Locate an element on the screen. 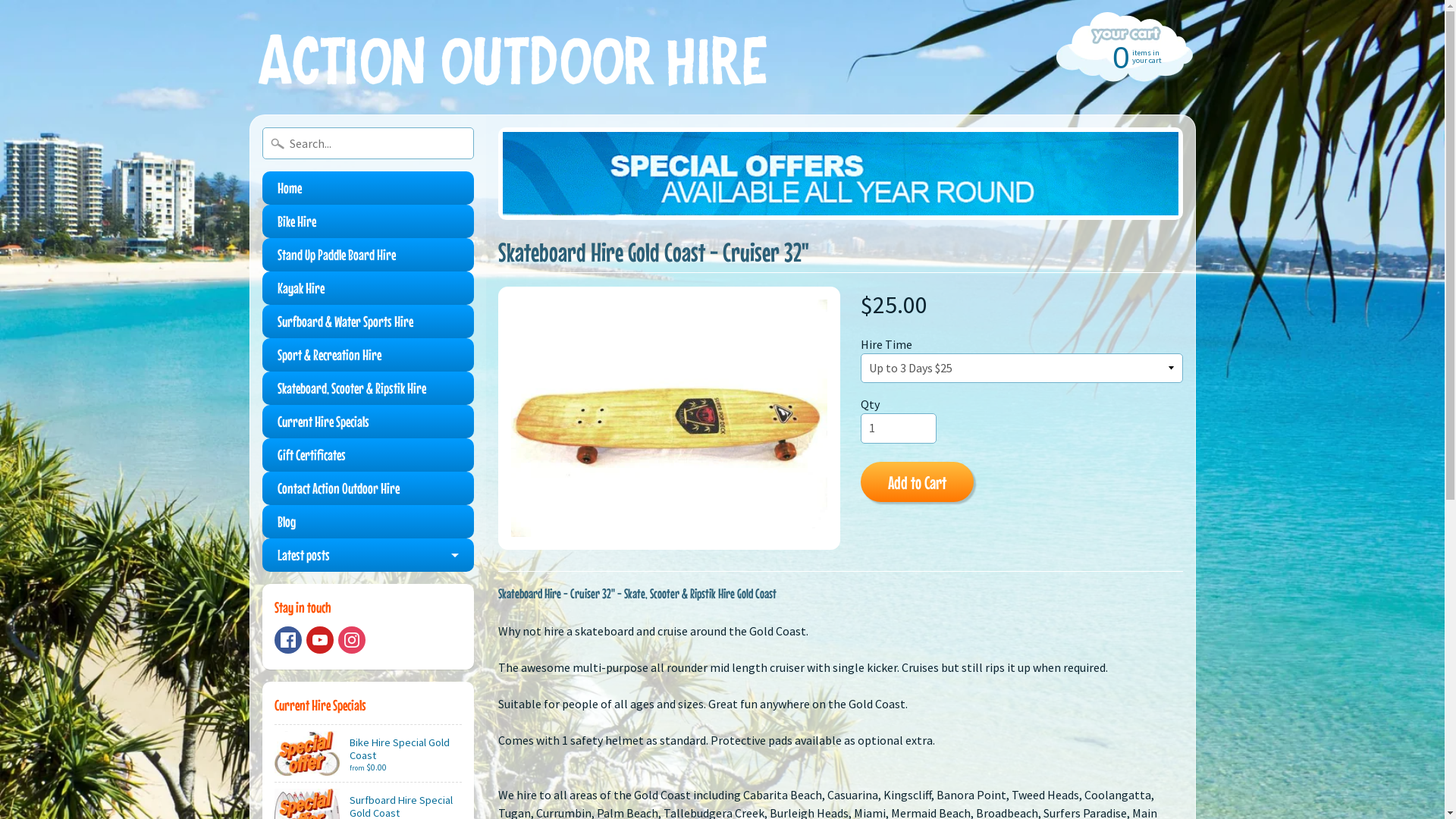 The image size is (1456, 819). 'Home' is located at coordinates (262, 187).